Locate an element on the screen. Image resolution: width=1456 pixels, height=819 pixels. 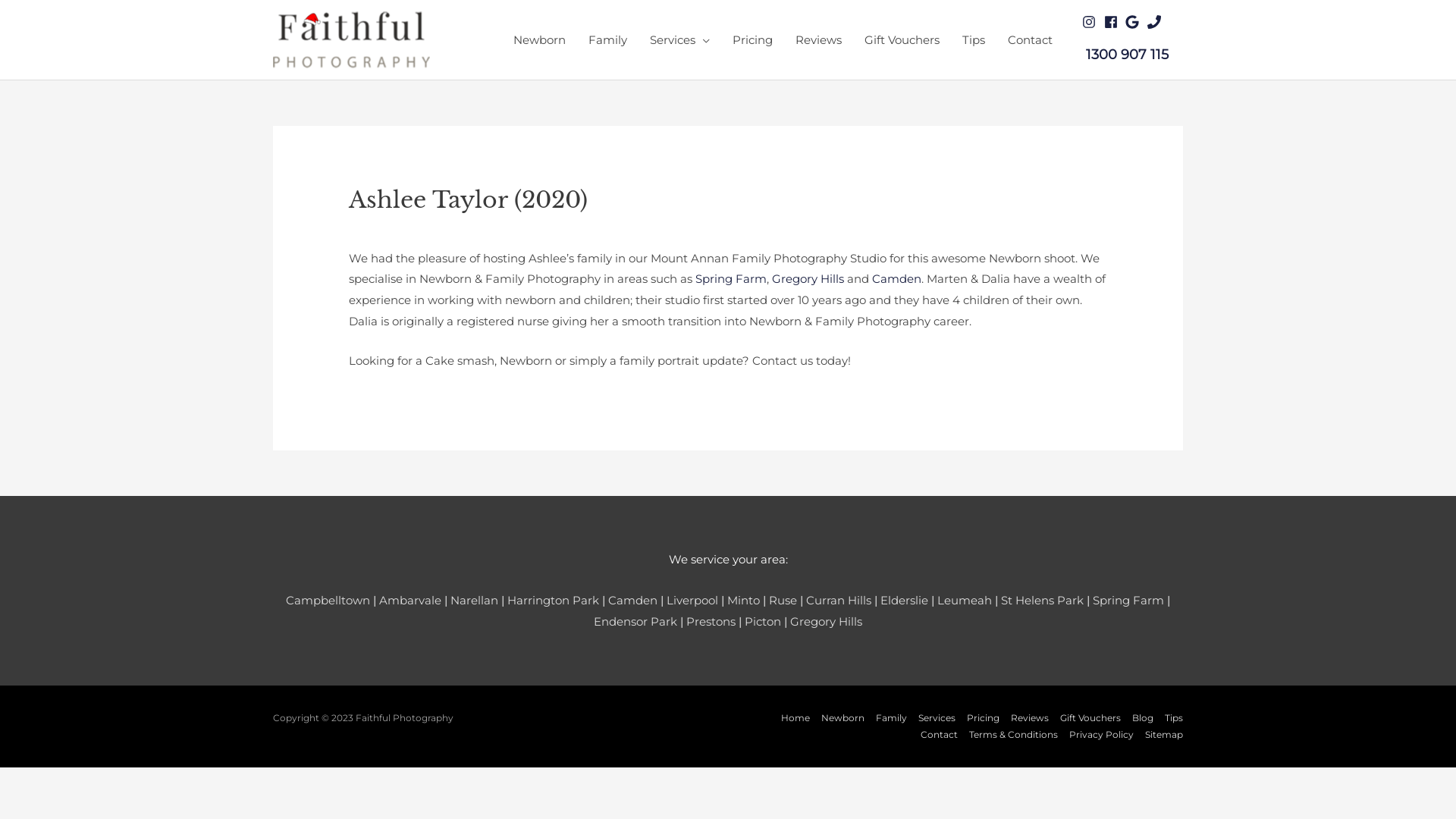
'Minto' is located at coordinates (743, 599).